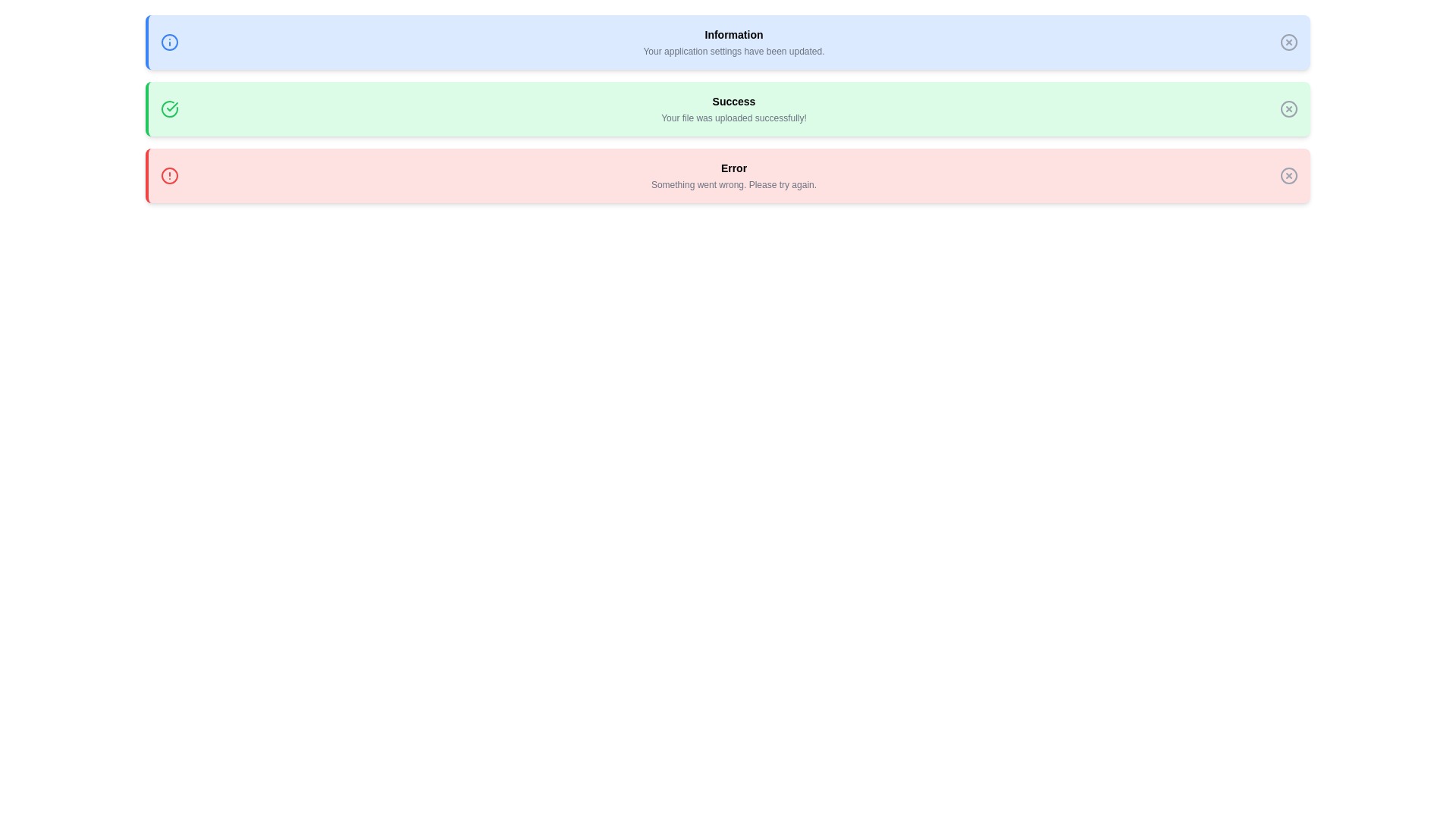 This screenshot has width=1456, height=819. I want to click on close button on the 'Information' snackbar to remove it, so click(1288, 42).